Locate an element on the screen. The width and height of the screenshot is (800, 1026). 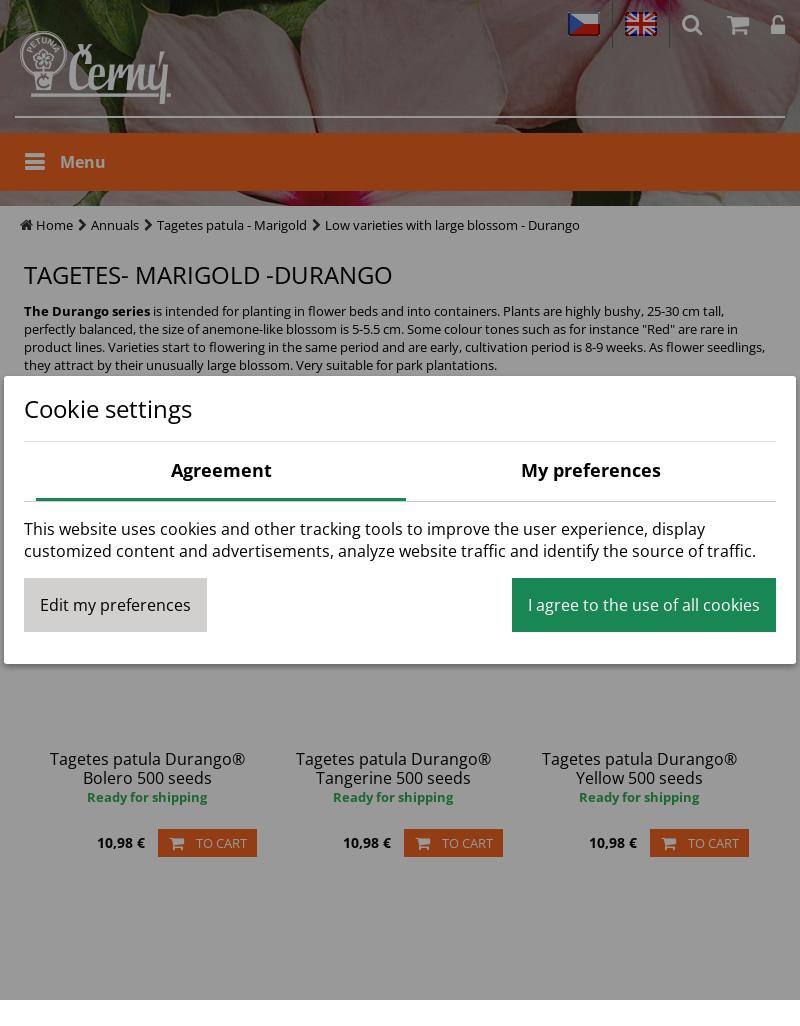
'Edit my preferences' is located at coordinates (114, 604).